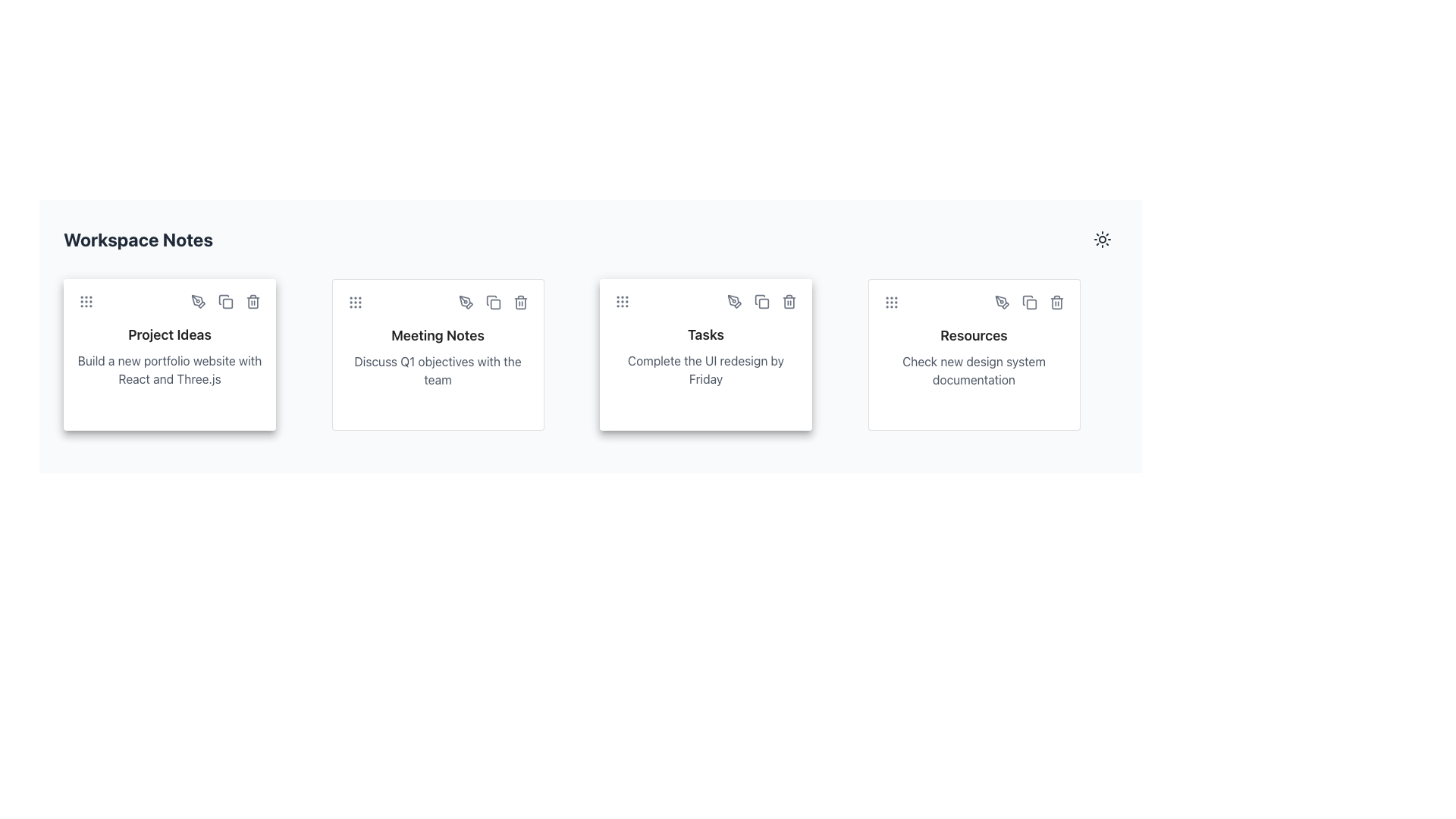  I want to click on the document icon located in the Resources card, so click(1027, 300).